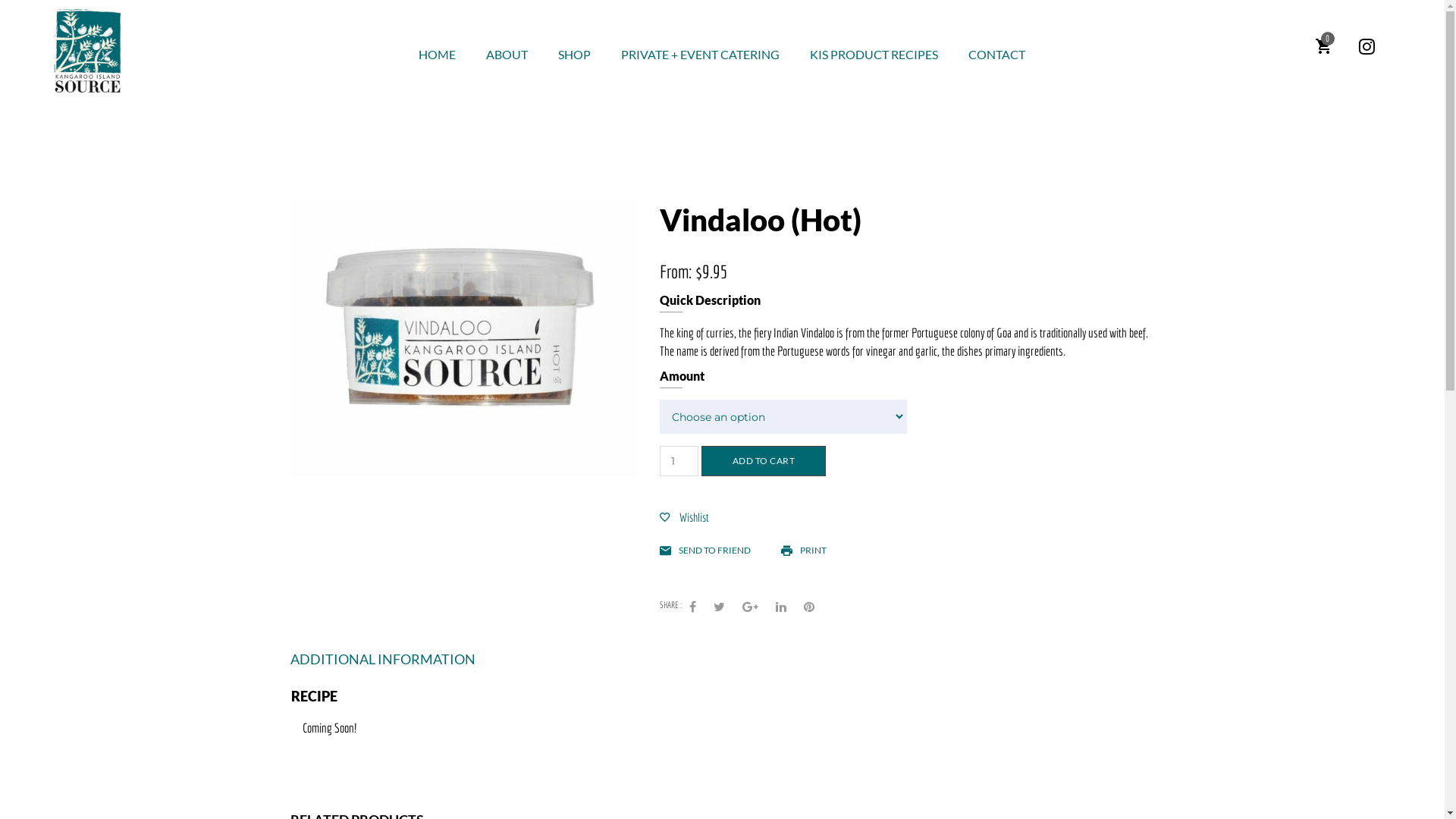 Image resolution: width=1456 pixels, height=819 pixels. I want to click on 'Wishlist', so click(683, 516).